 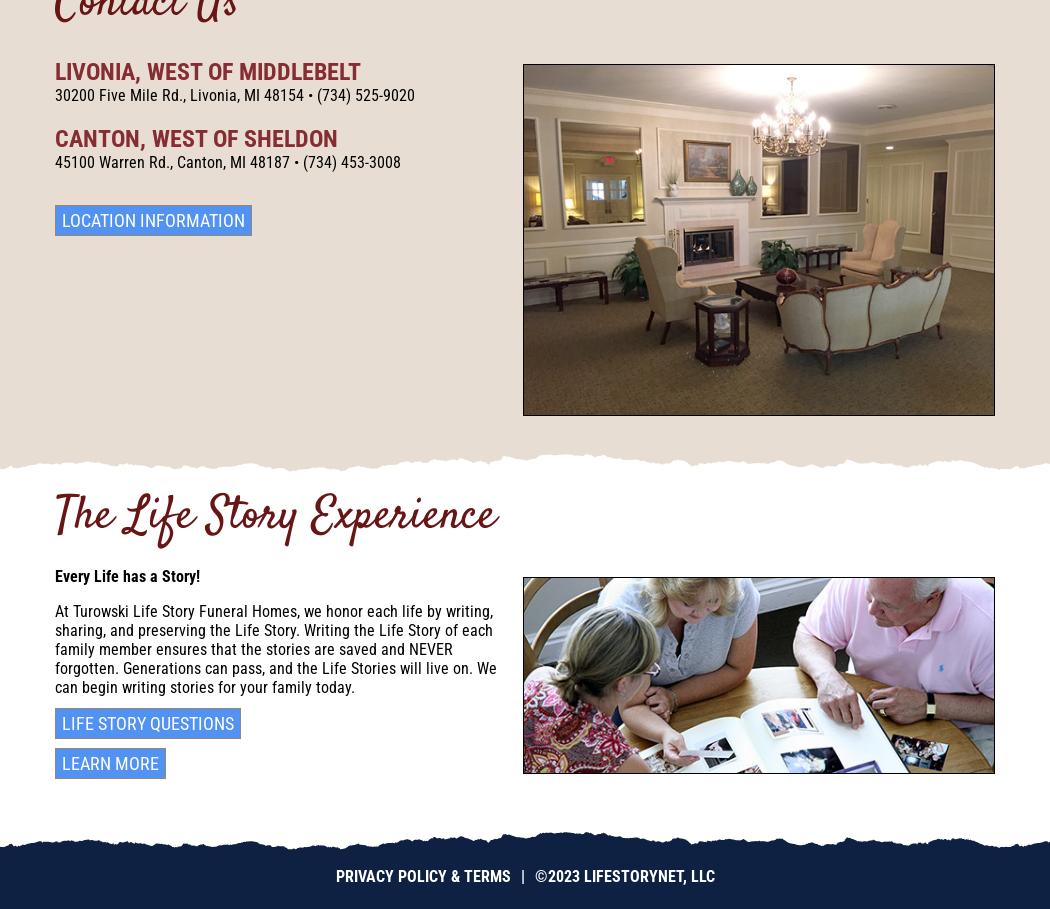 I want to click on '©2023 LifeStoryNet, LLC', so click(x=534, y=876).